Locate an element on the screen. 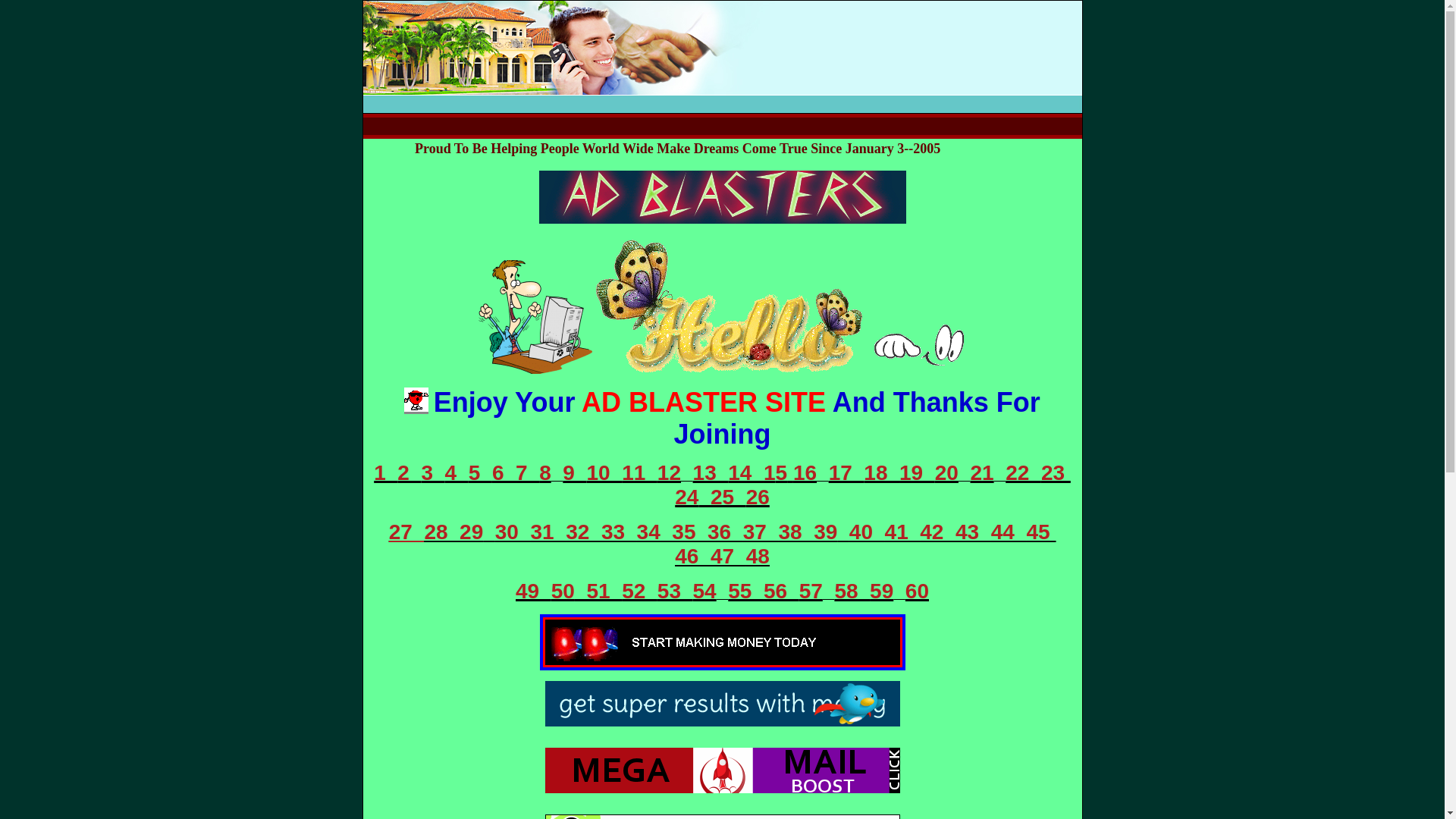  '  51 ' is located at coordinates (574, 590).